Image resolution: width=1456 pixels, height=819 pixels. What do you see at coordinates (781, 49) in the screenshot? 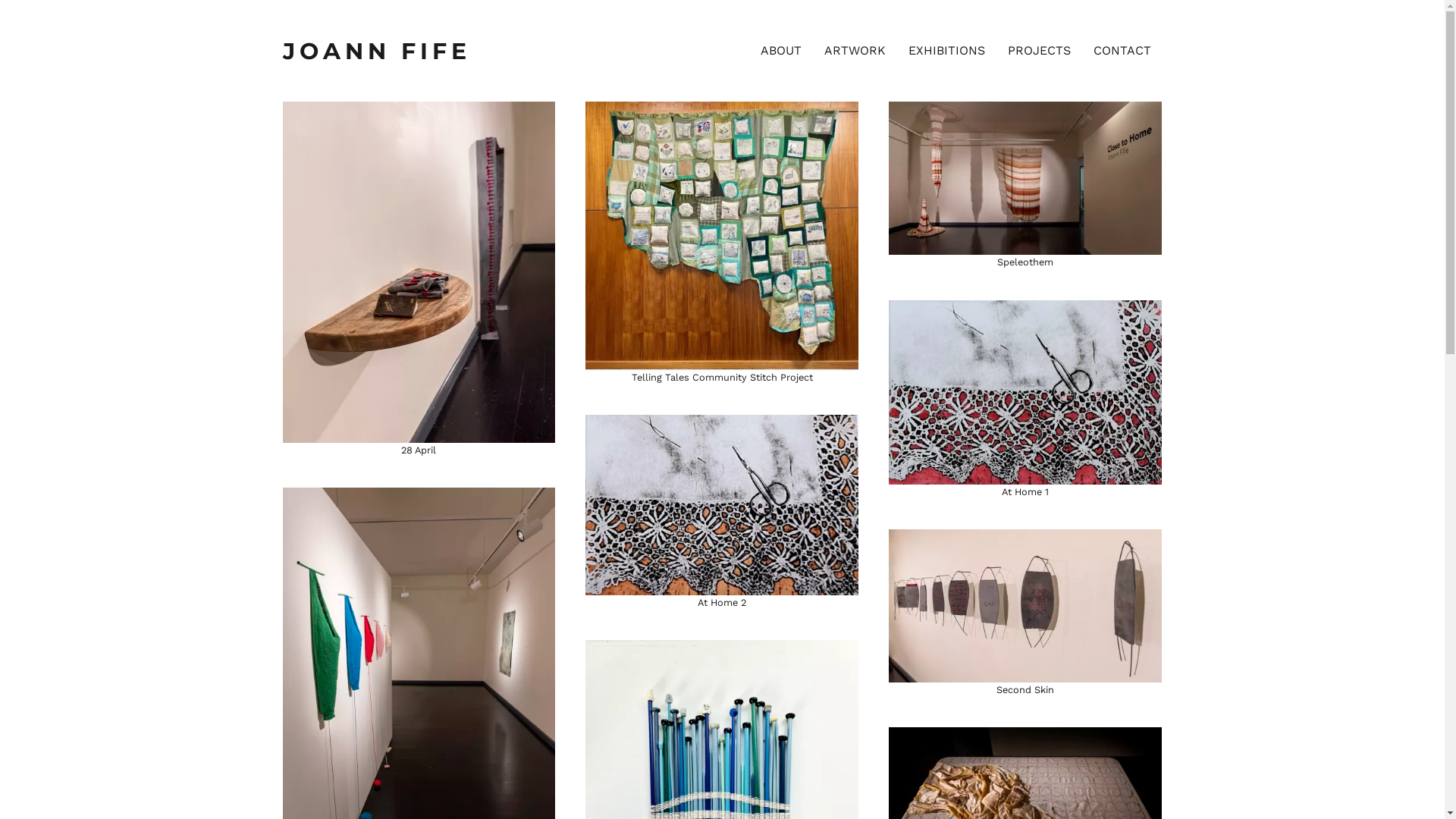
I see `'ABOUT'` at bounding box center [781, 49].